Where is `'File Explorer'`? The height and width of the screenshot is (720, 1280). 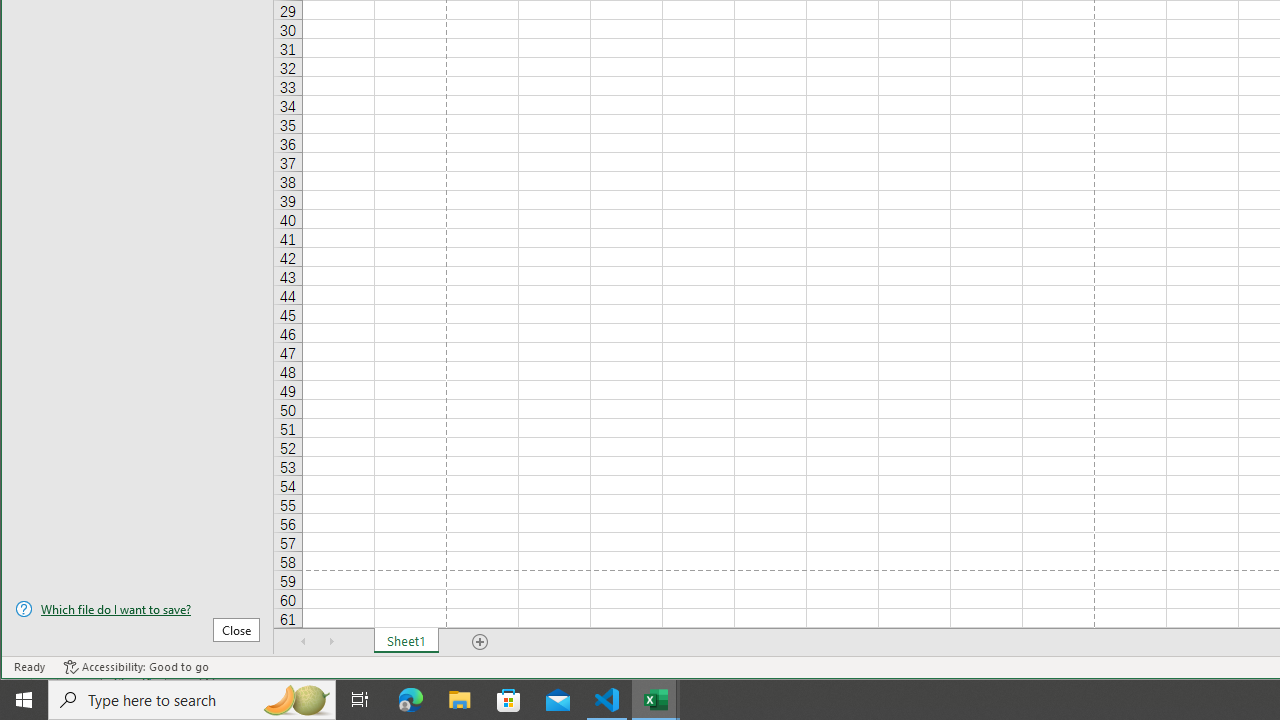 'File Explorer' is located at coordinates (459, 698).